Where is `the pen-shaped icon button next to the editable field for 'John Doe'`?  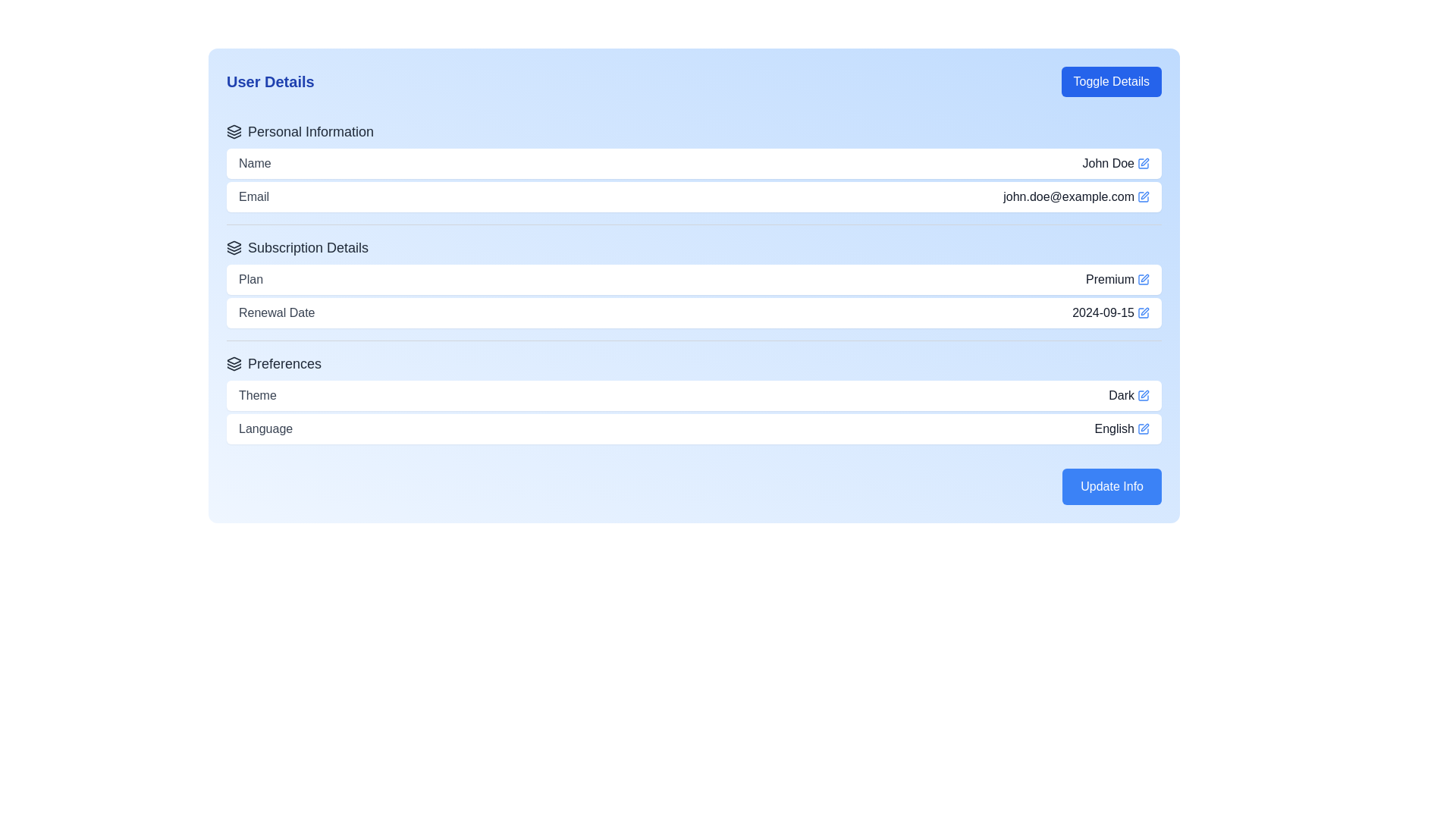 the pen-shaped icon button next to the editable field for 'John Doe' is located at coordinates (1145, 162).